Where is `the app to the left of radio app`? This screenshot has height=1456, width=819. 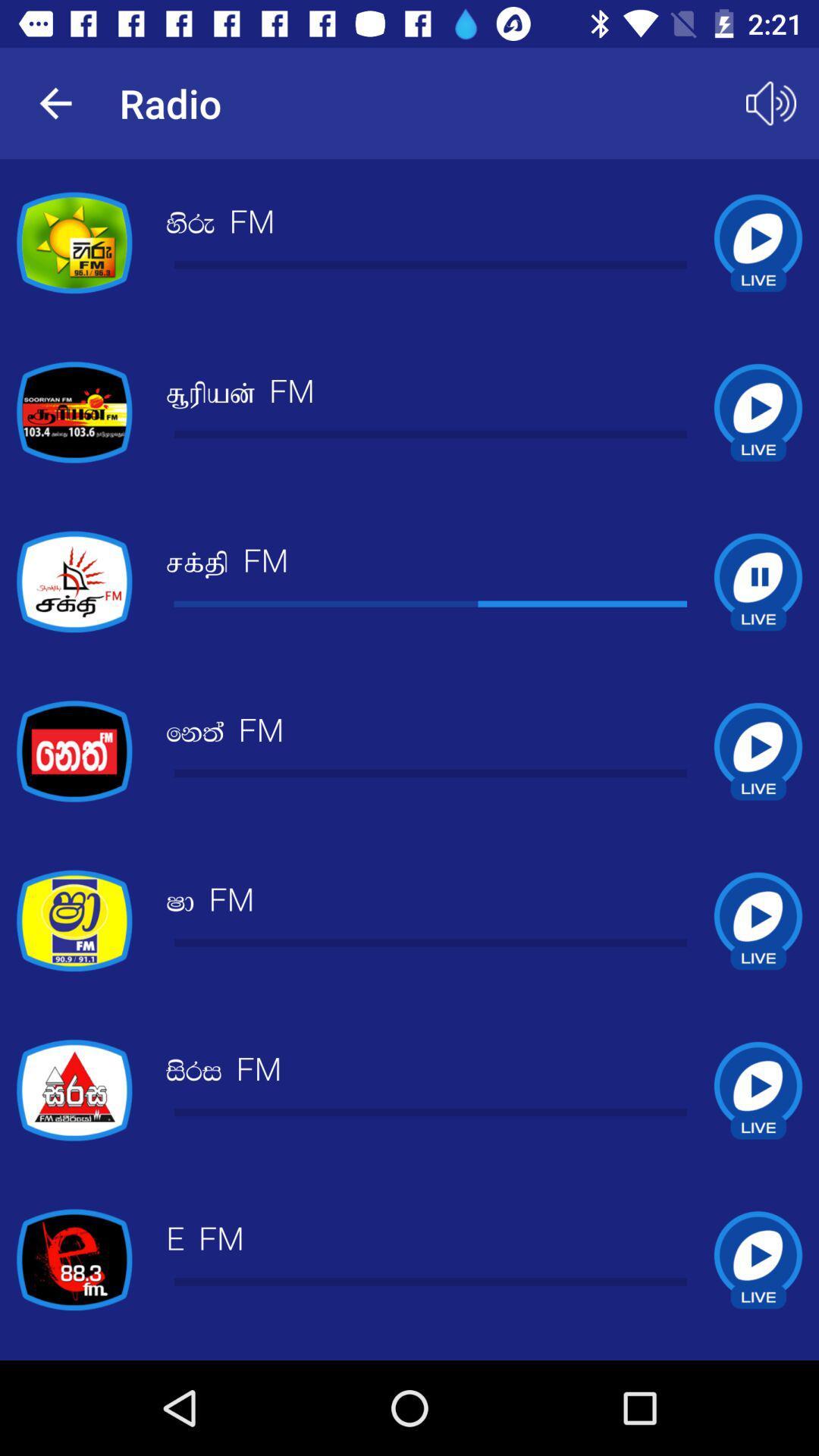 the app to the left of radio app is located at coordinates (55, 102).